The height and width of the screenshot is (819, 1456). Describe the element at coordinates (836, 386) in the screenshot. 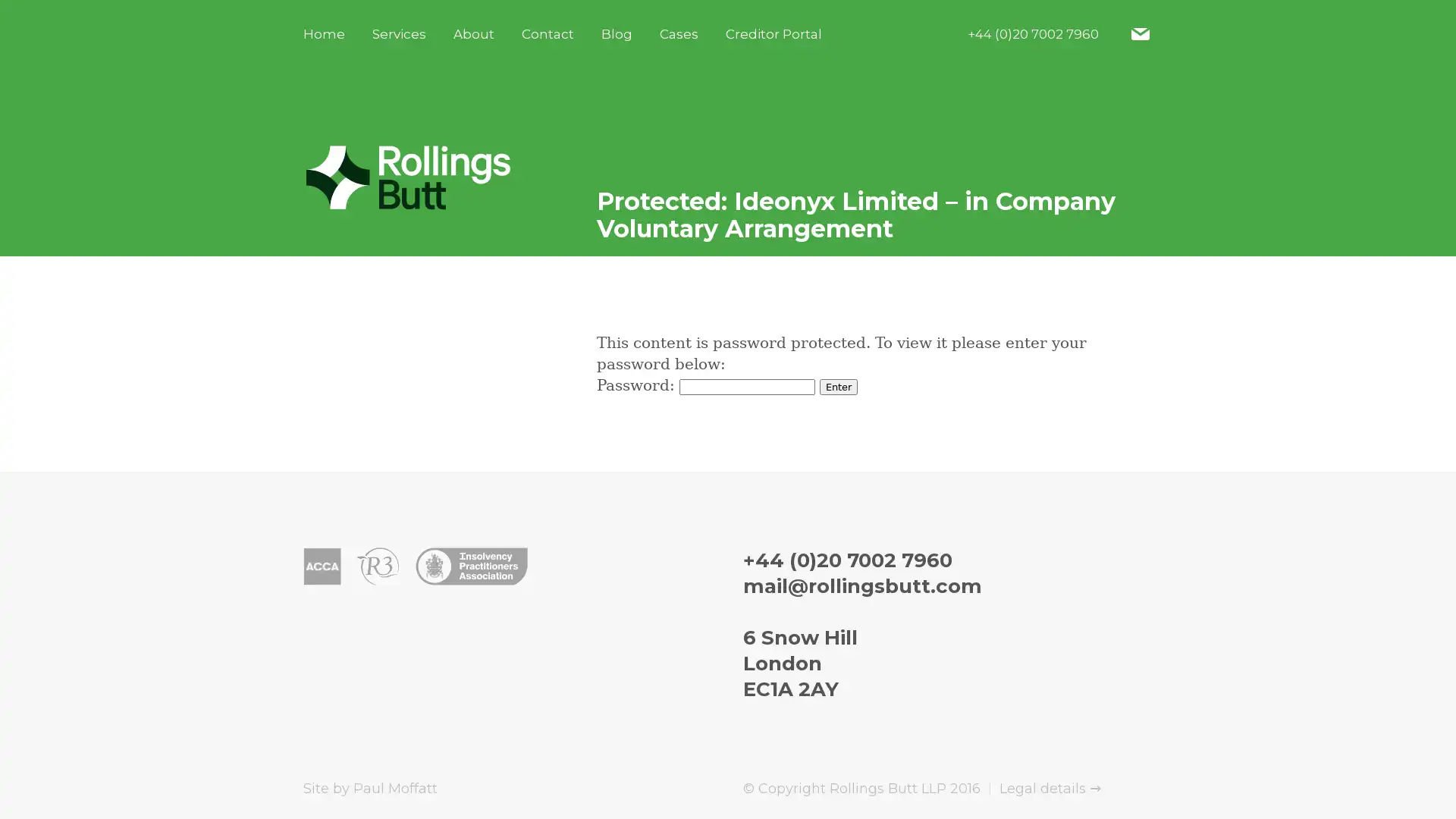

I see `Enter` at that location.